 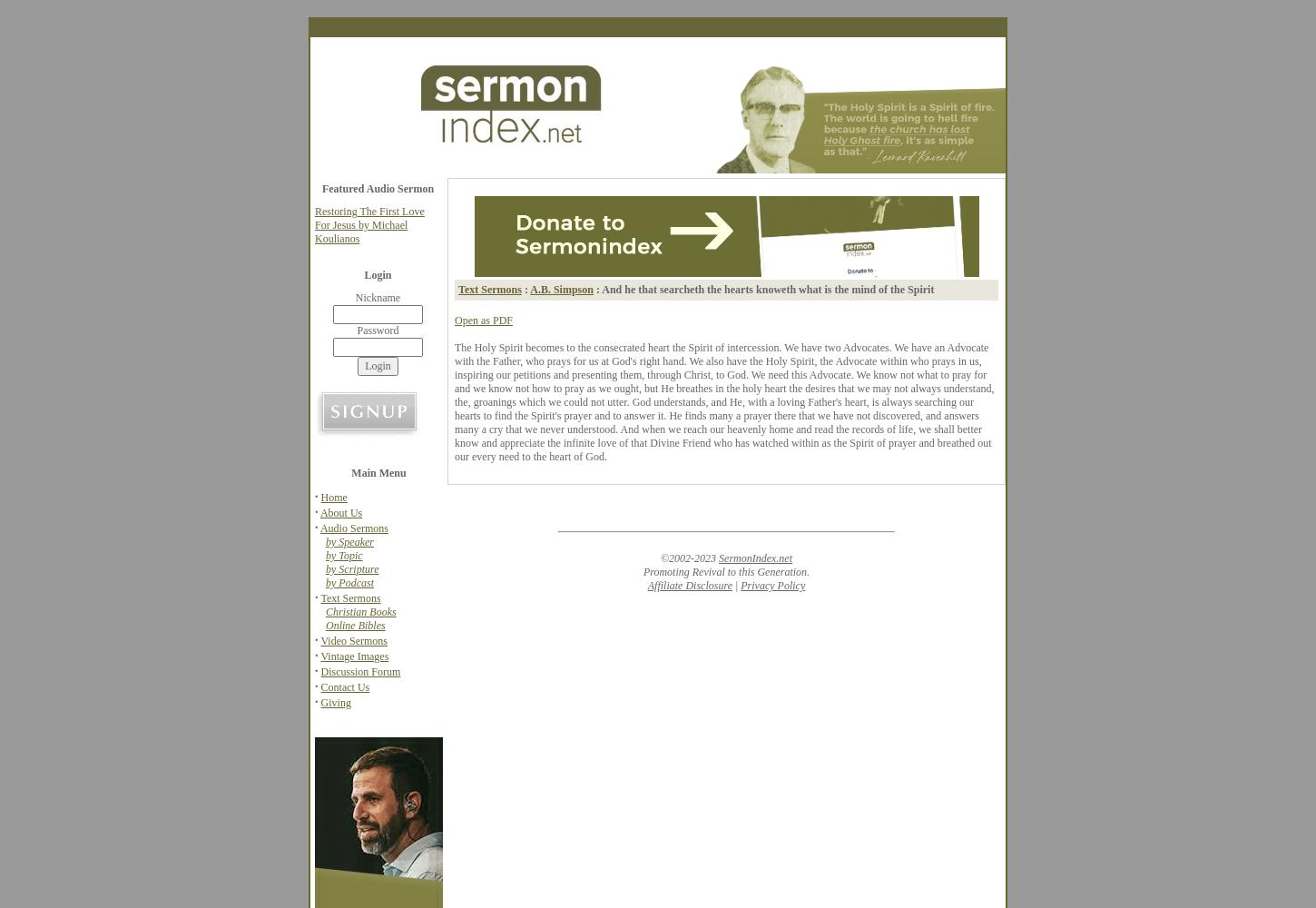 What do you see at coordinates (689, 558) in the screenshot?
I see `'©2002-2023'` at bounding box center [689, 558].